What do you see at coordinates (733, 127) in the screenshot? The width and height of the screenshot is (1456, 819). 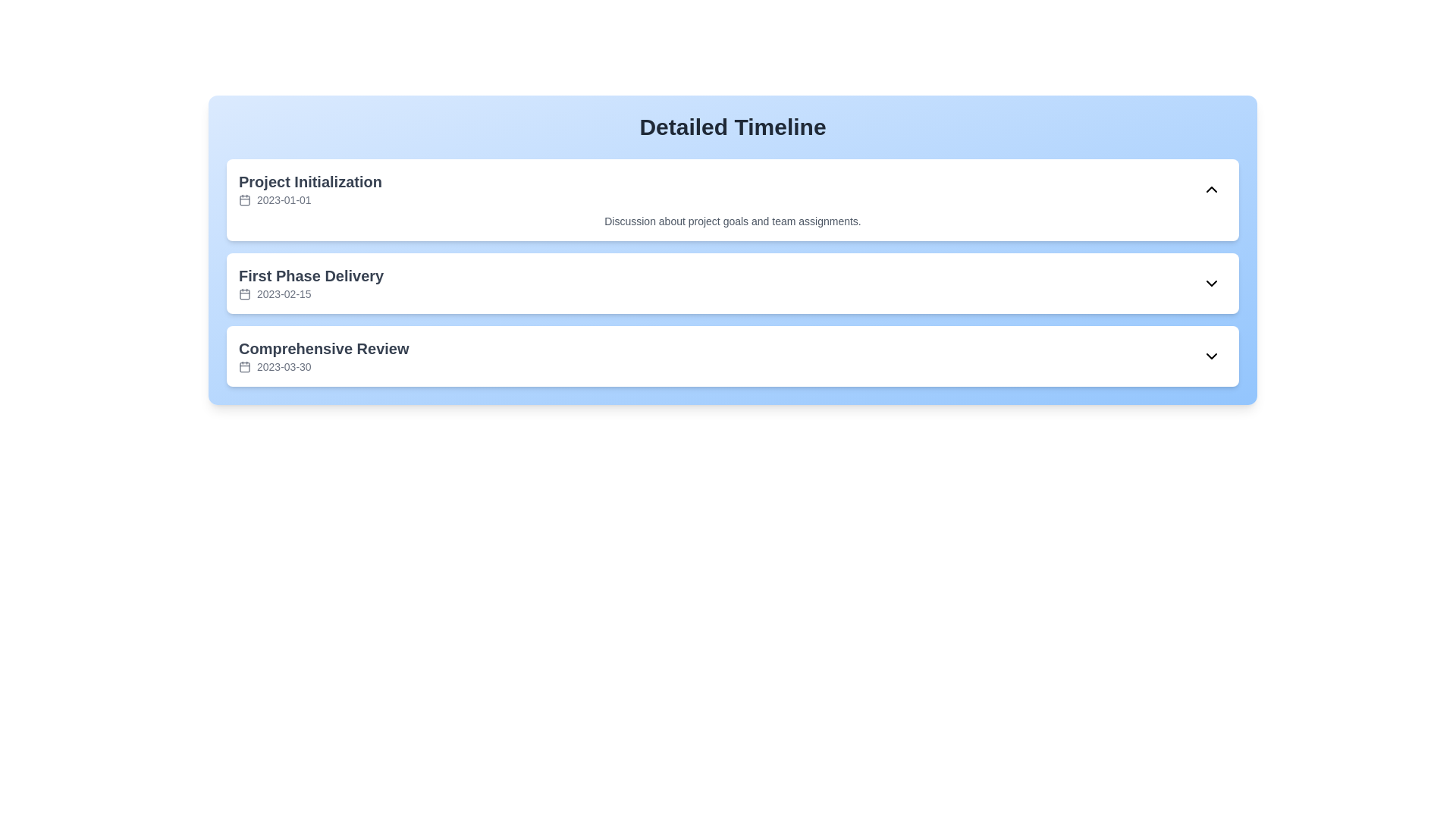 I see `the text label displaying 'Detailed Timeline', which is styled with a bold title font and located at the top of a section with a blue gradient background` at bounding box center [733, 127].